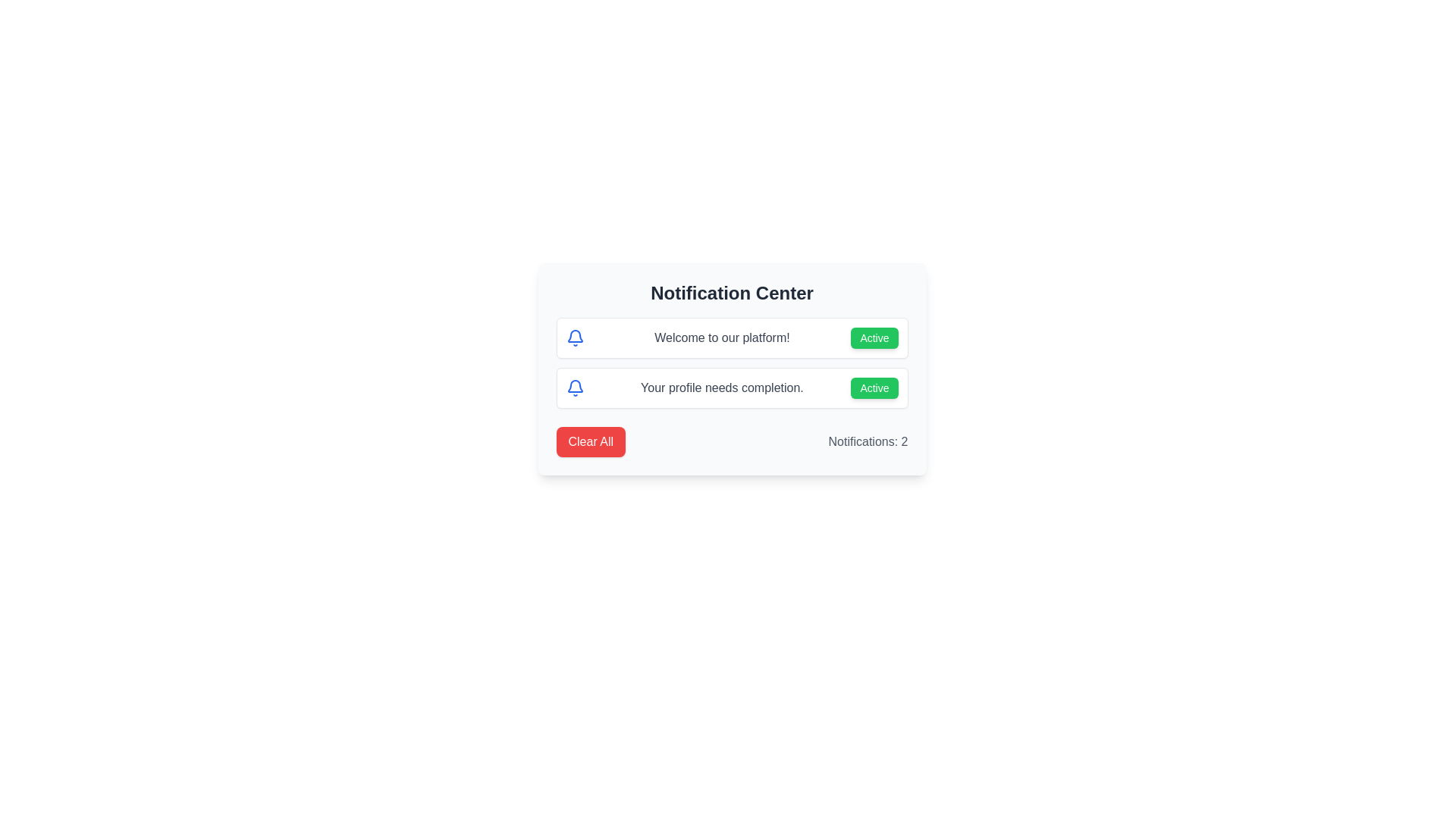 The image size is (1456, 819). I want to click on the notification bell icon in the second row of the notification center panel, located to the left of the text 'Your profile needs completion.', so click(574, 335).